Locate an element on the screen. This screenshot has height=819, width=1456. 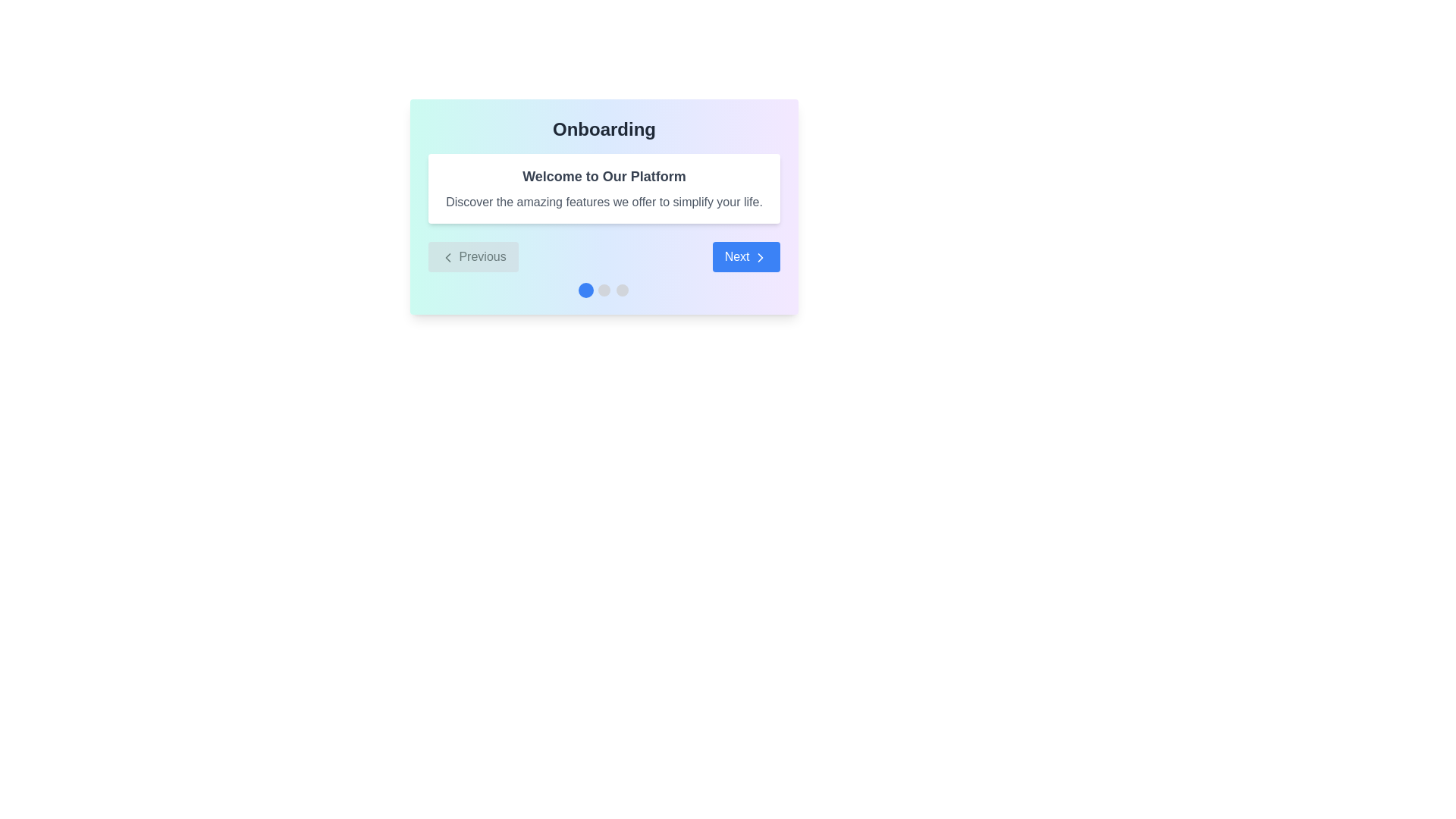
the right-pointing chevron icon located inside the 'Next' button in the onboarding dialog is located at coordinates (761, 256).